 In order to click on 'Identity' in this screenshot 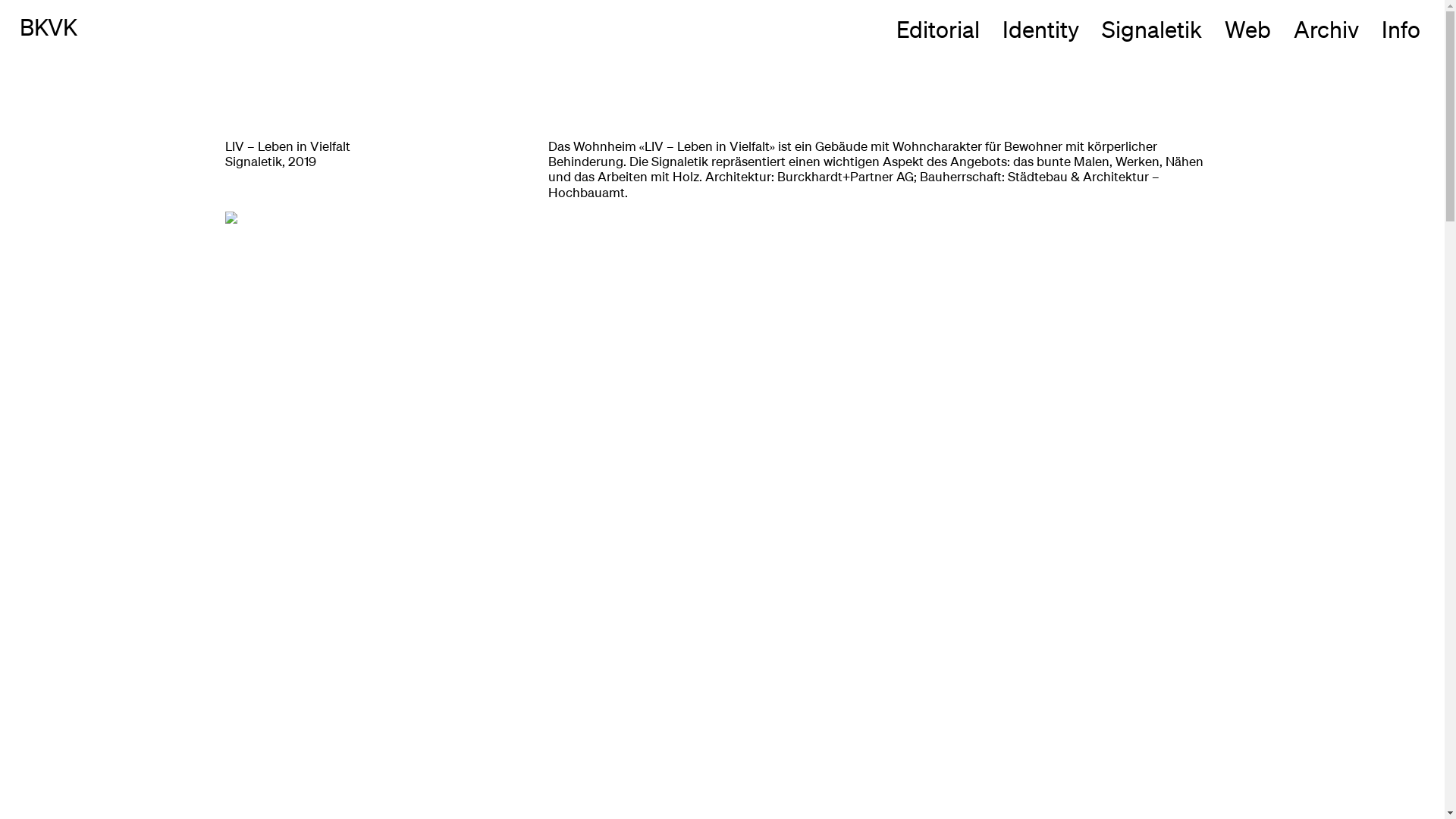, I will do `click(1040, 29)`.